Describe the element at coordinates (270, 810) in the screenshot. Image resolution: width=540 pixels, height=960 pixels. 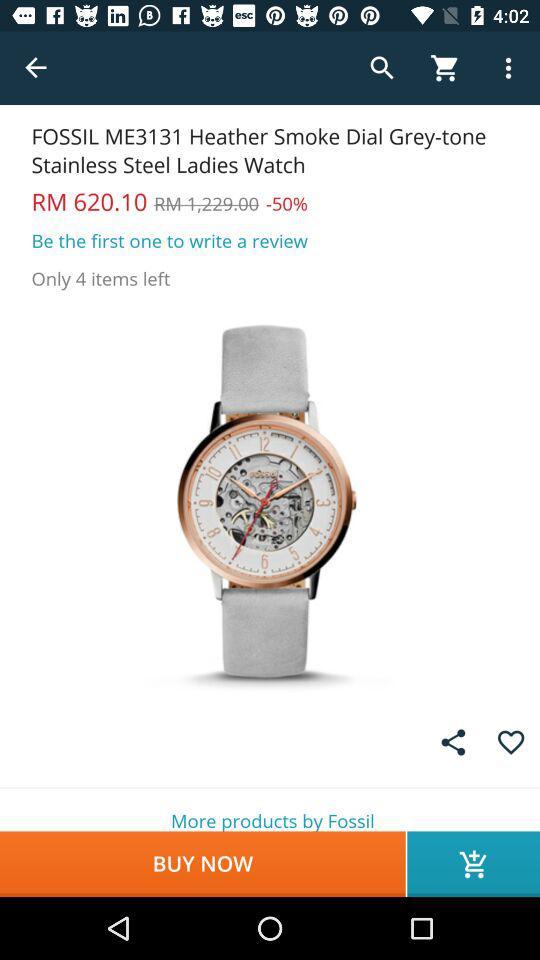
I see `the item above buy now icon` at that location.